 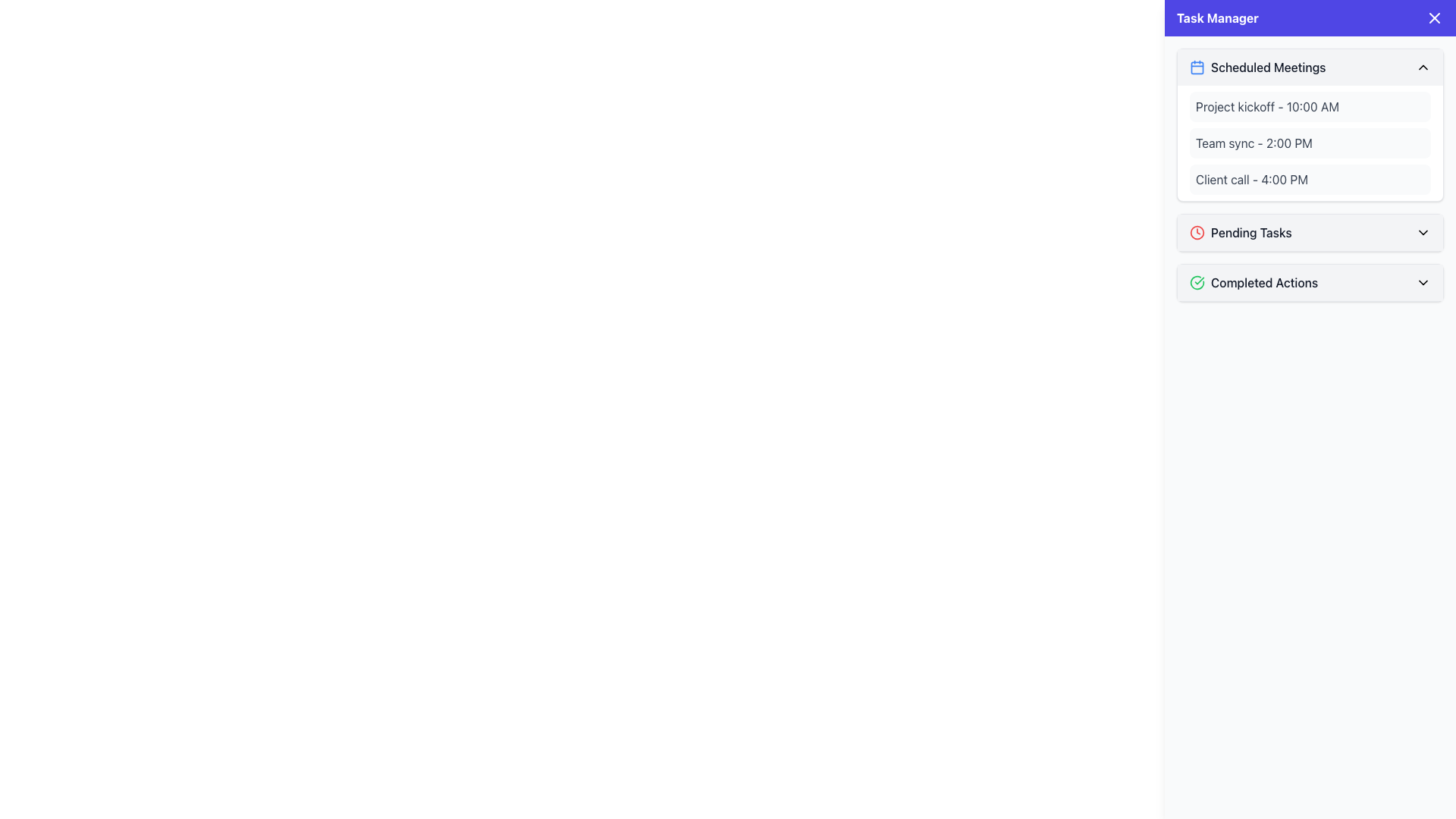 What do you see at coordinates (1267, 106) in the screenshot?
I see `the first scheduled meeting text label in the Task Manager panel, which displays the meeting title and time` at bounding box center [1267, 106].